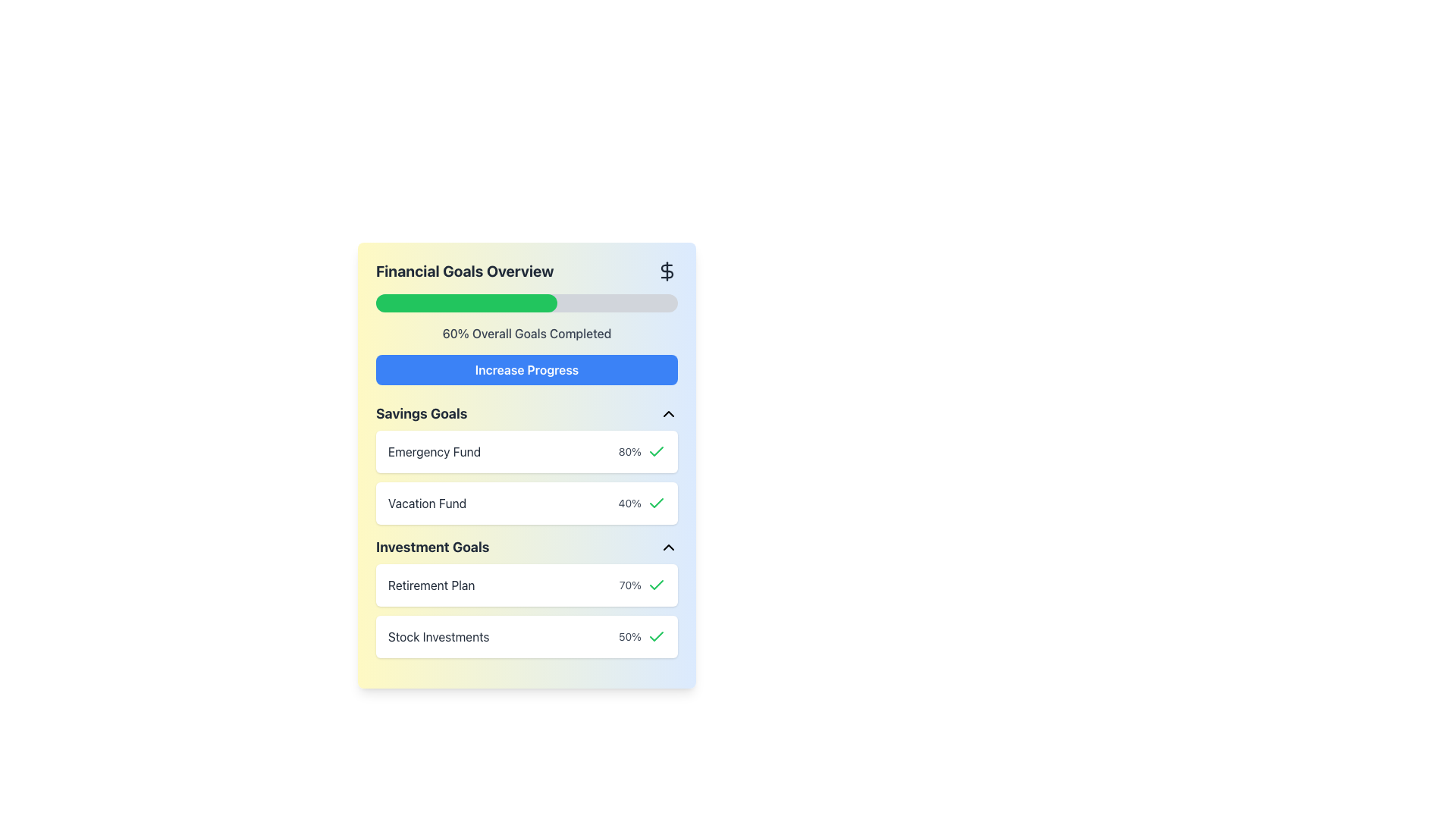 The width and height of the screenshot is (1456, 819). What do you see at coordinates (527, 637) in the screenshot?
I see `the last list item in the 'Investment Goals' section, which represents the user's investment in stocks and shows its progress percentage and completion status` at bounding box center [527, 637].